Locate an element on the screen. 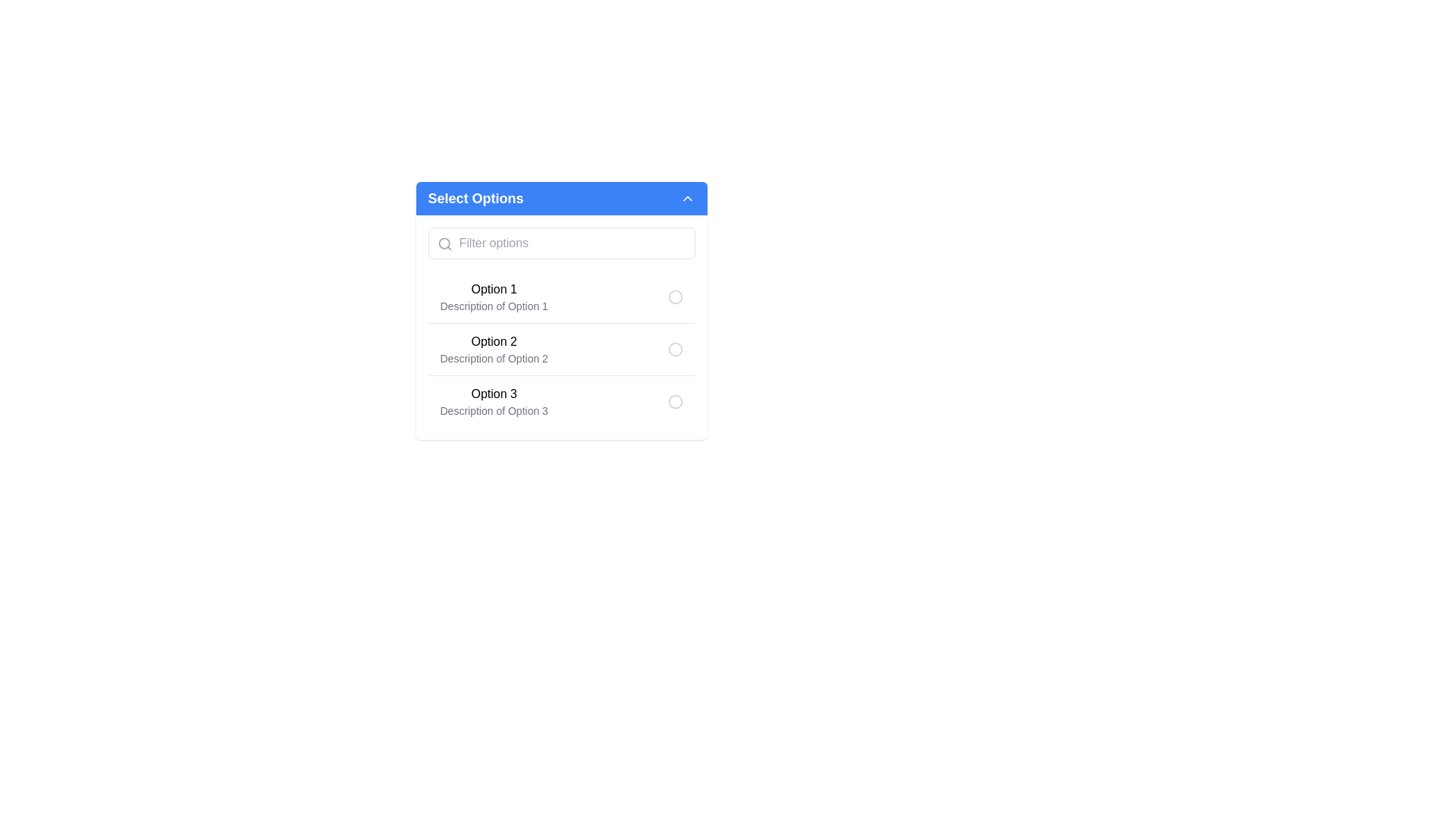 The height and width of the screenshot is (819, 1456). the static text label for 'Option 1' located at the top-left of the dropdown titled 'Select Options' is located at coordinates (494, 289).